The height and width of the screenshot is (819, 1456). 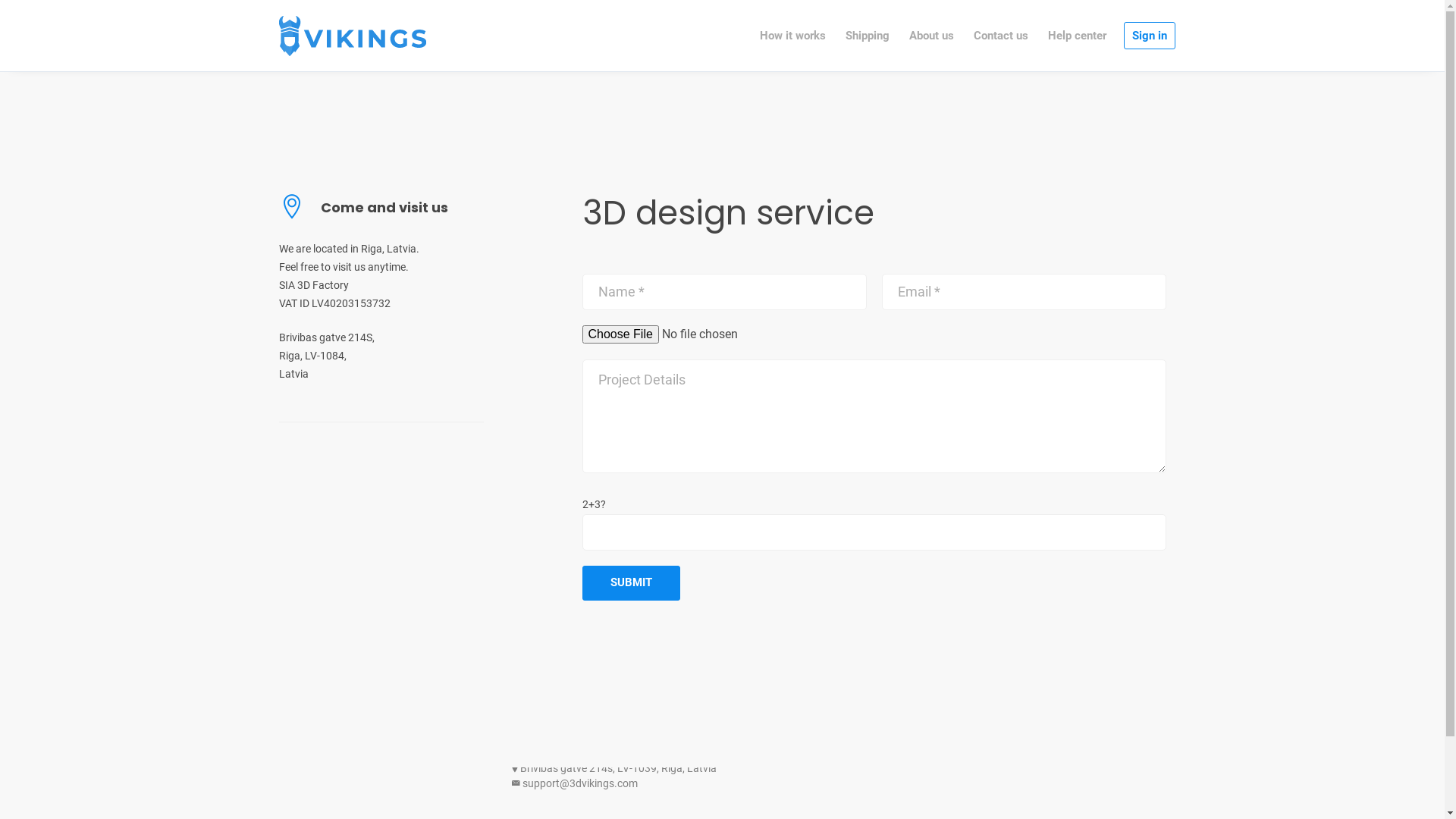 I want to click on 'Help center', so click(x=1076, y=34).